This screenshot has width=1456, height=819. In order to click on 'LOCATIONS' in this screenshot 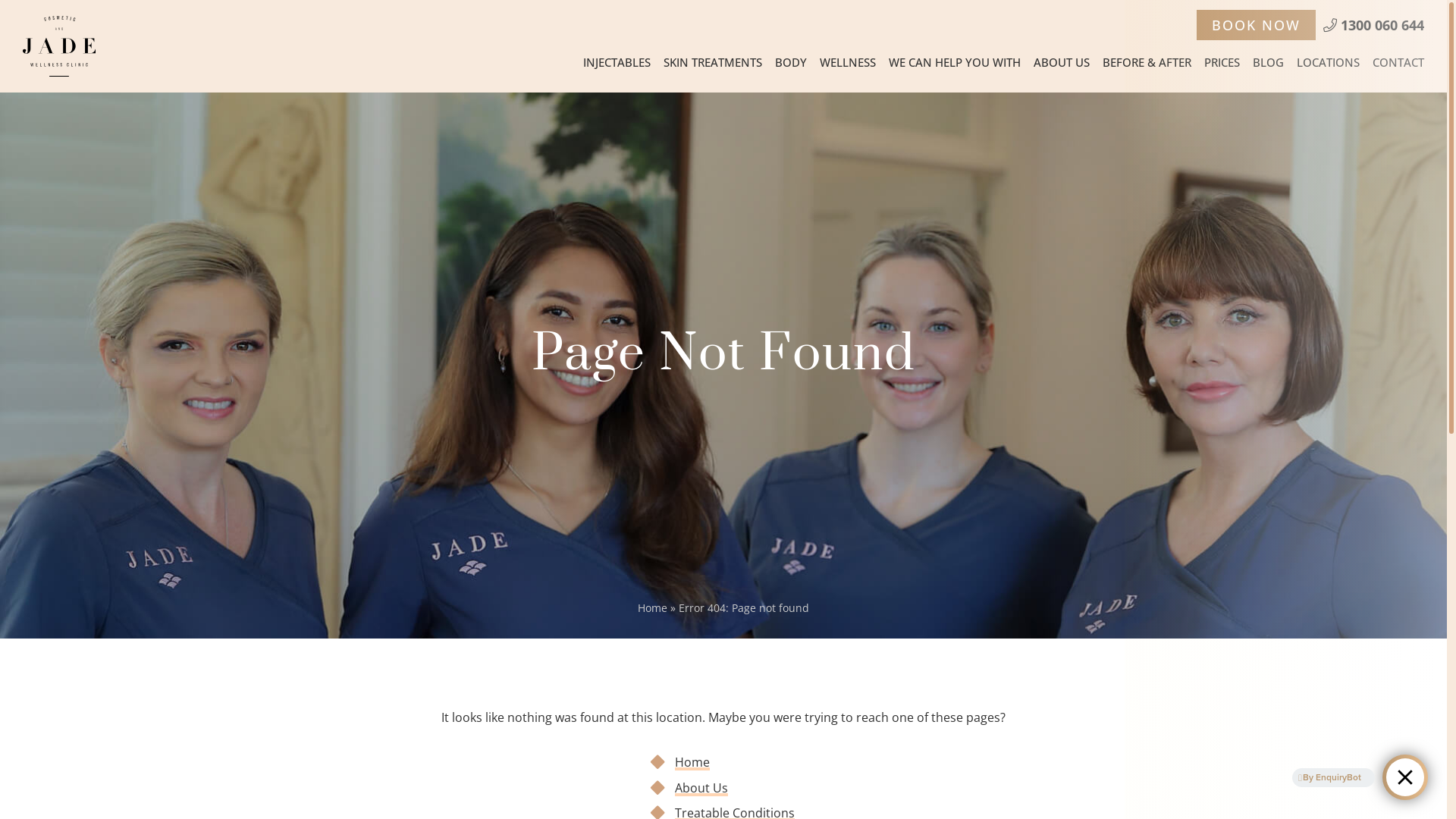, I will do `click(1327, 61)`.